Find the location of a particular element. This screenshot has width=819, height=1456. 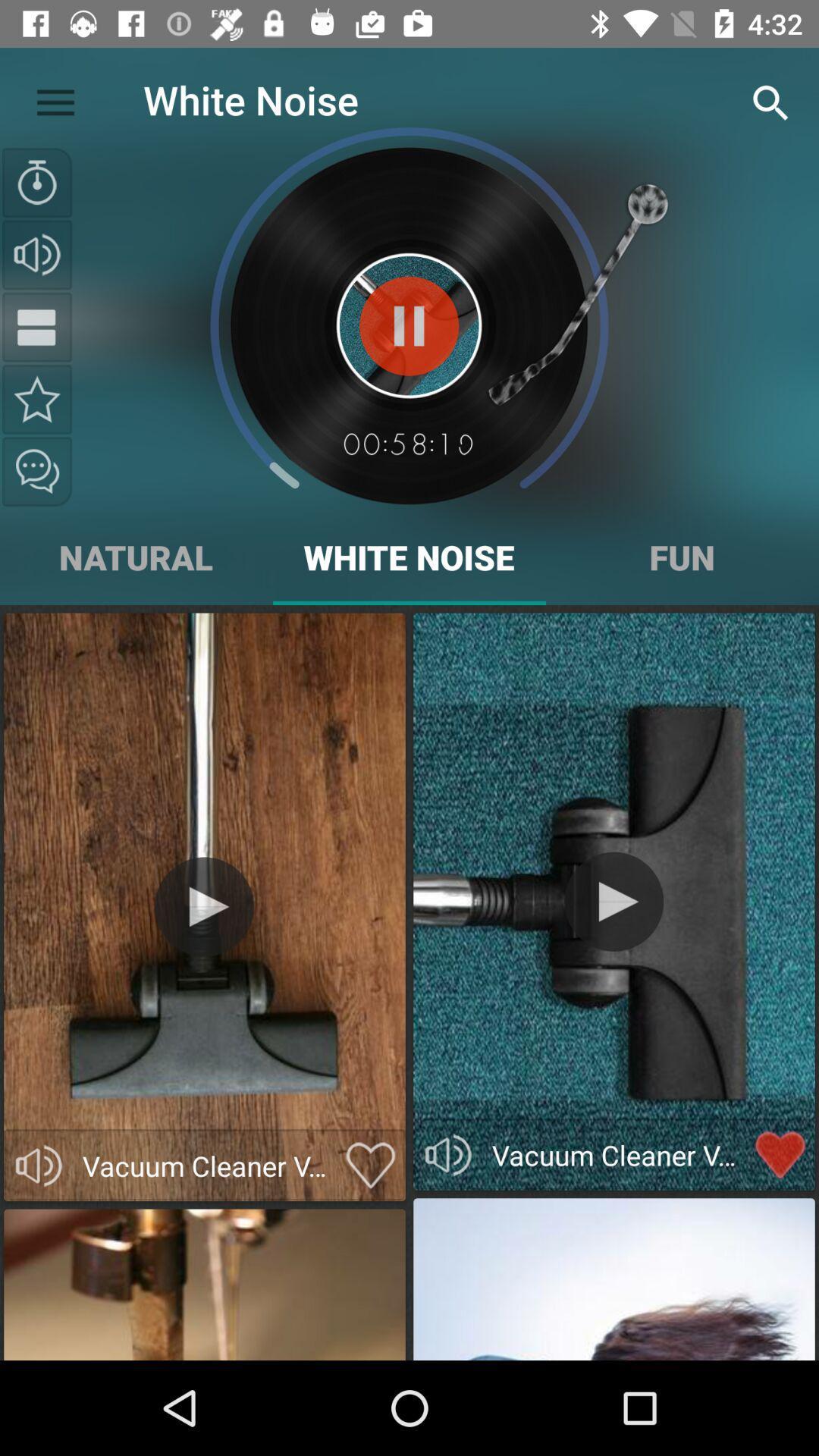

vacumm cleaner sounds is located at coordinates (447, 1154).